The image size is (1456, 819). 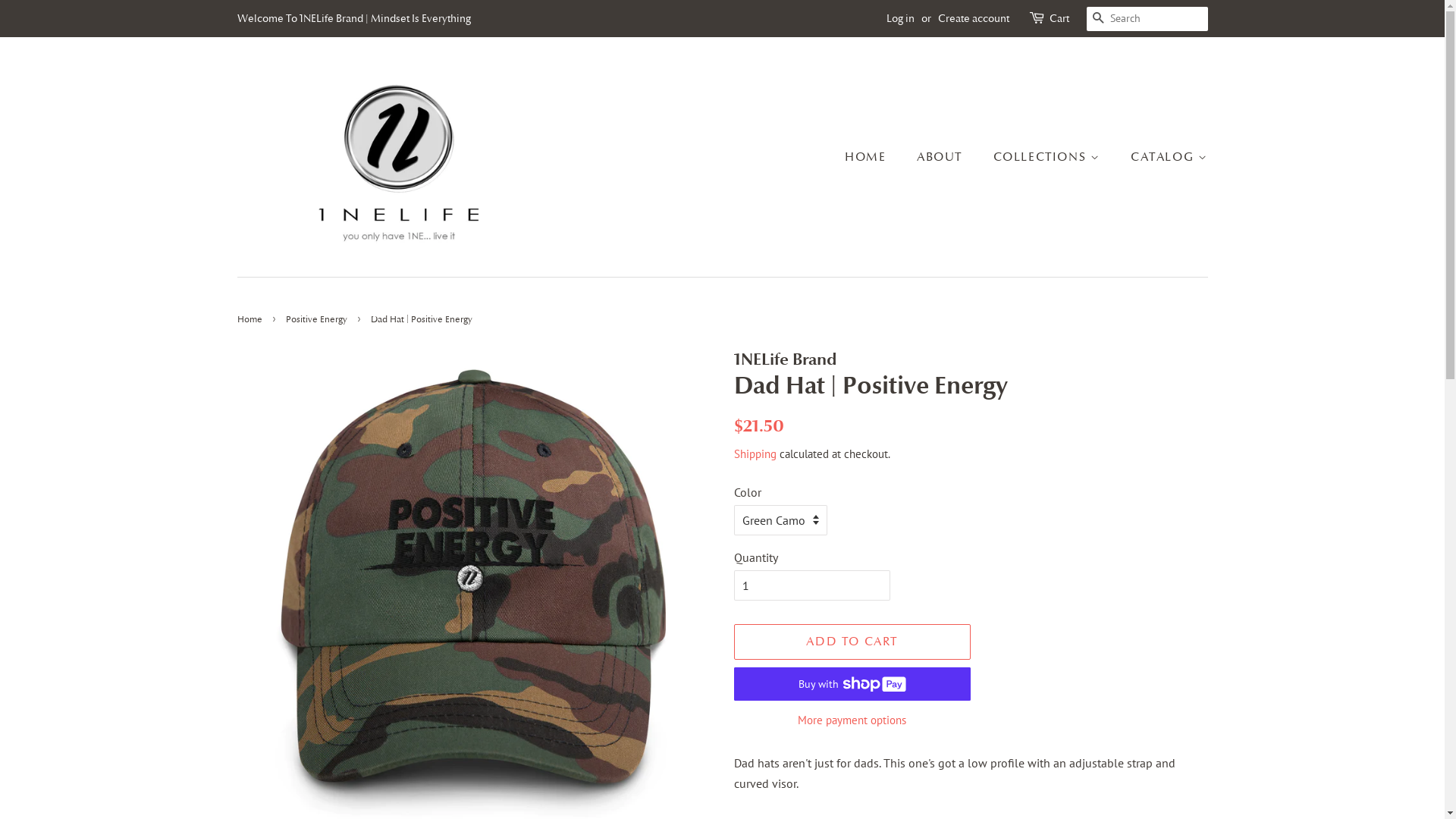 I want to click on 'Log in', so click(x=899, y=17).